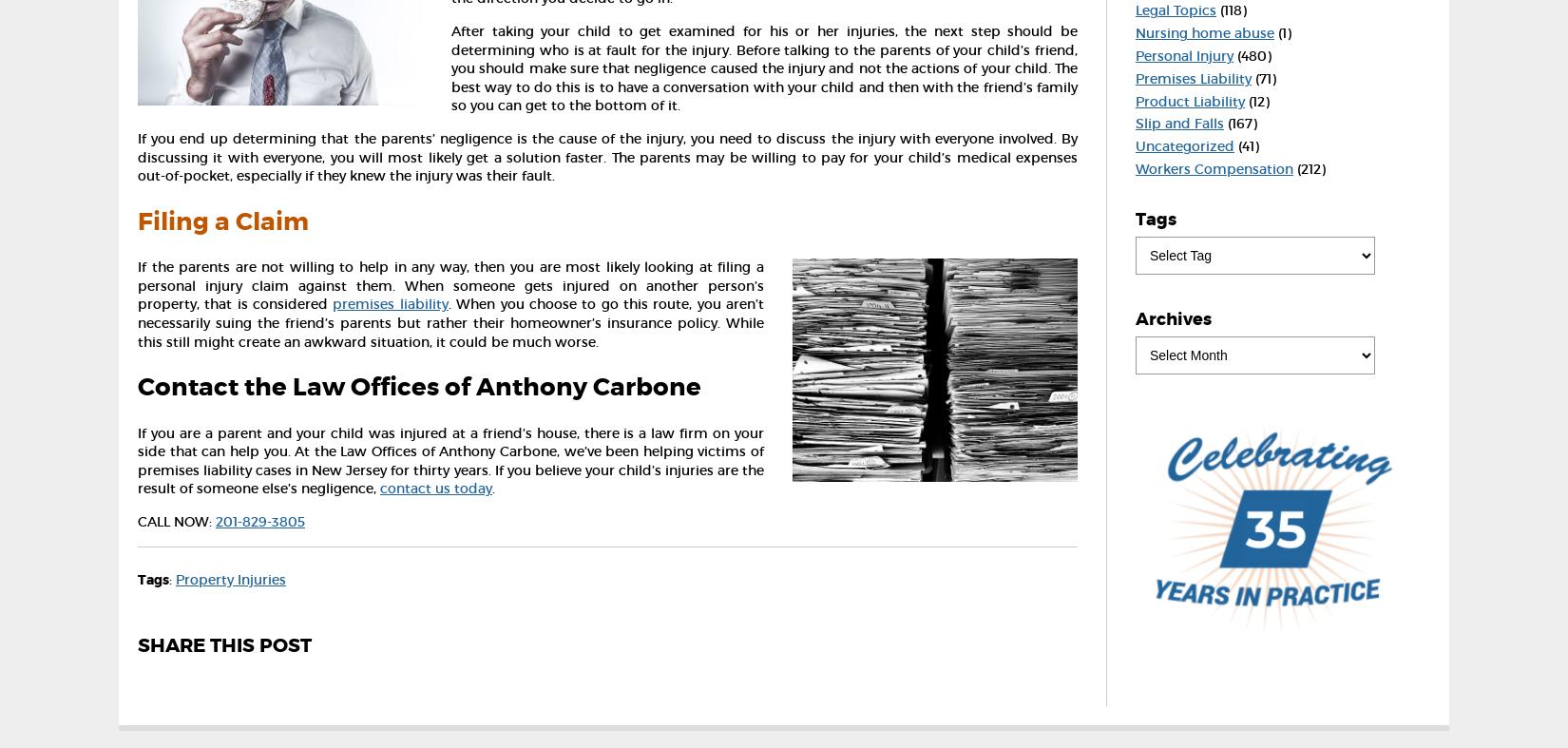 The height and width of the screenshot is (748, 1568). I want to click on '(480)', so click(1252, 55).